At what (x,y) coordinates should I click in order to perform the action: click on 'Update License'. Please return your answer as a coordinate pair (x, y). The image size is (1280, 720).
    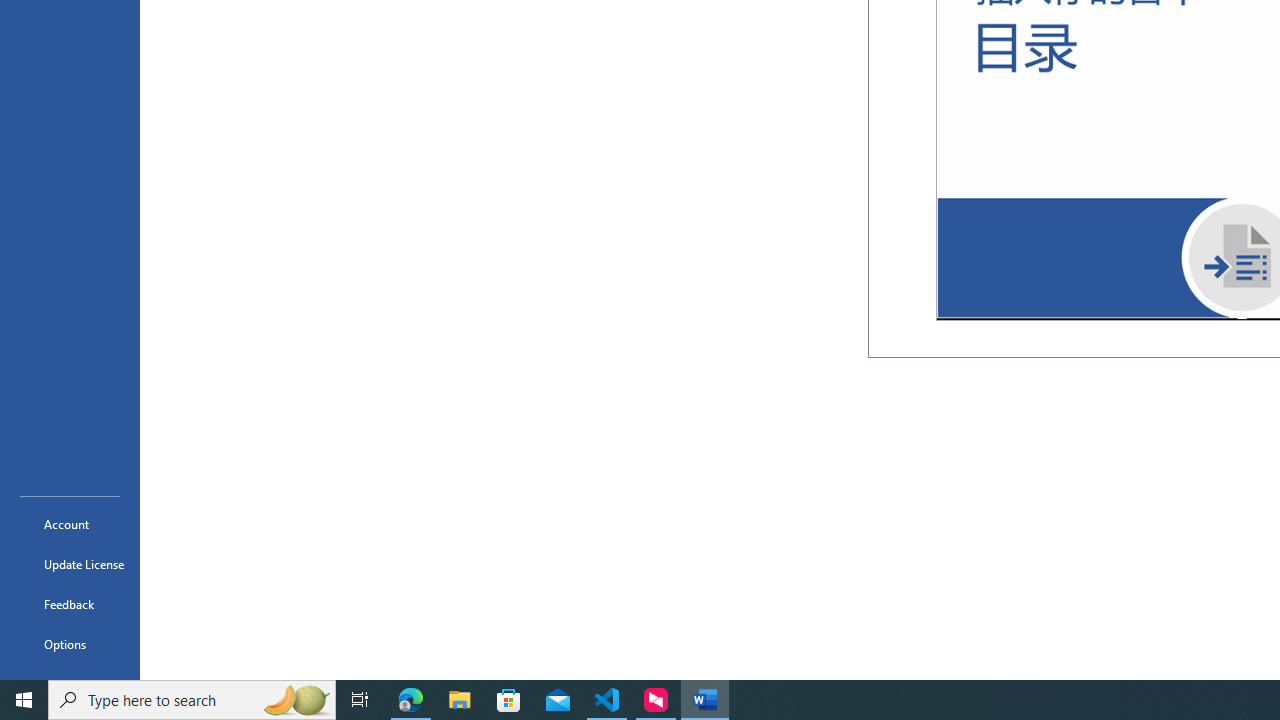
    Looking at the image, I should click on (69, 564).